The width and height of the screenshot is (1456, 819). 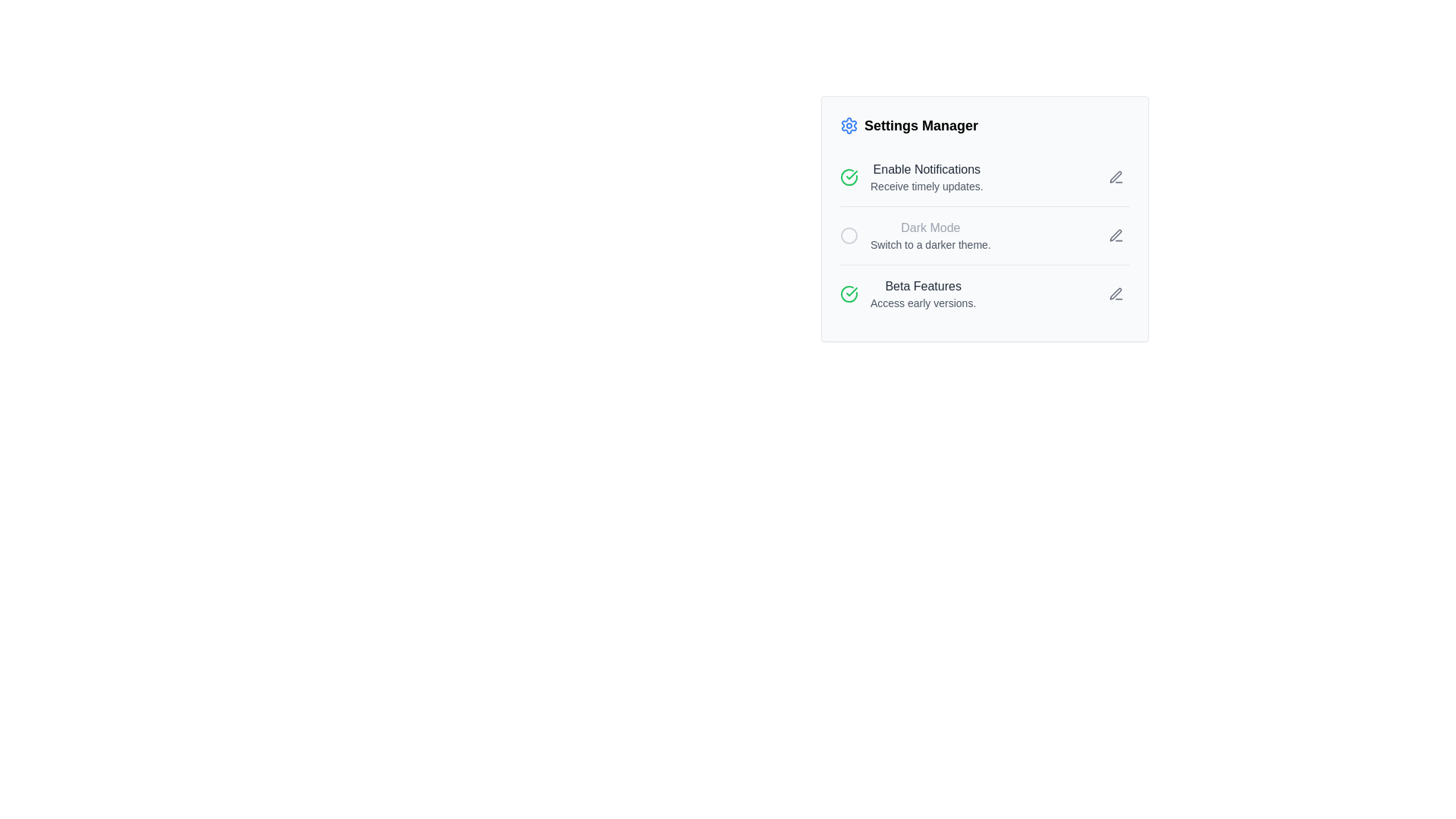 I want to click on the text label that serves as the title for the dark mode setting option, which is centrally aligned above the subtitle 'Switch to a darker theme.', so click(x=930, y=227).